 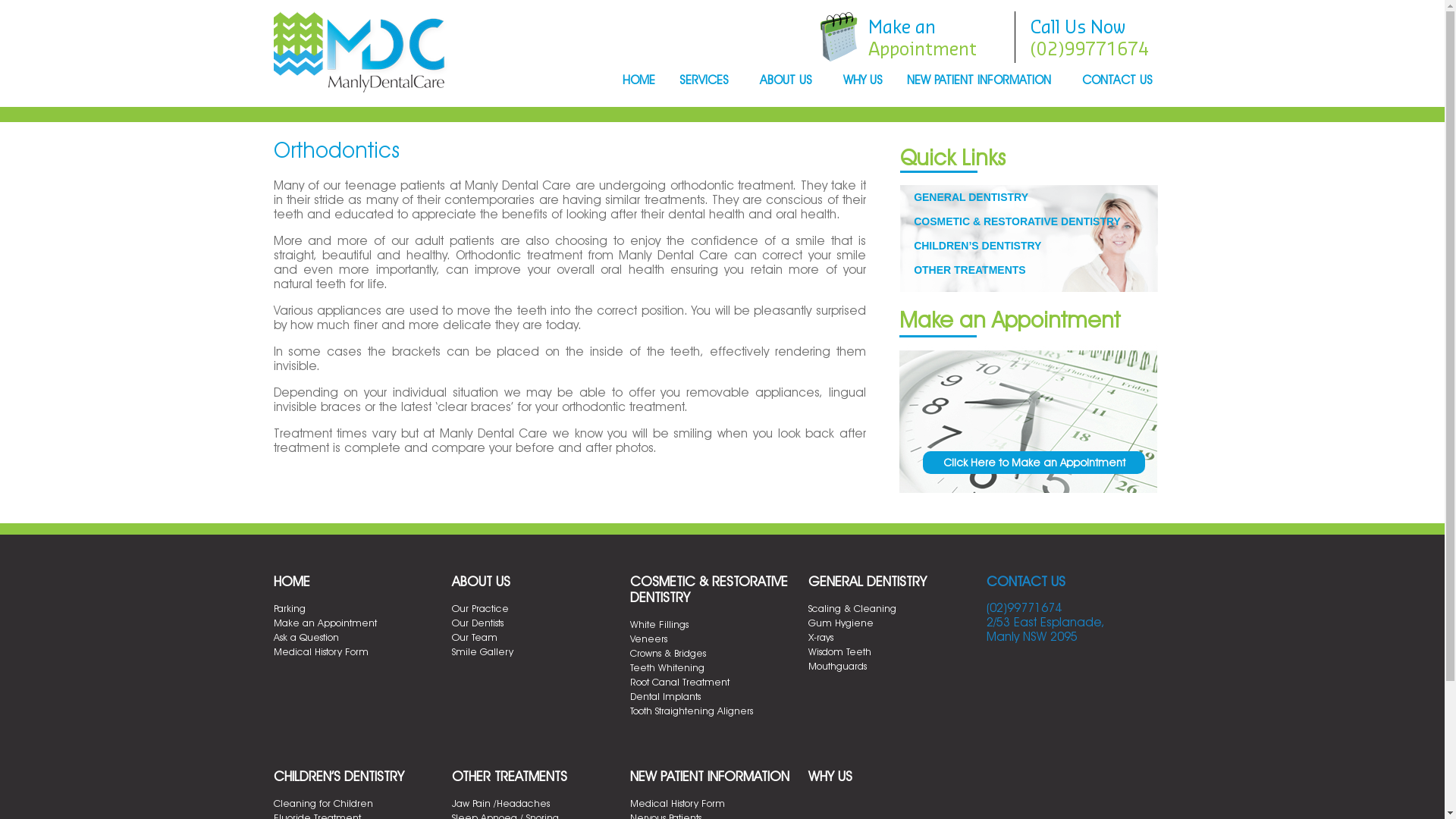 I want to click on 'Teeth Whitening', so click(x=666, y=666).